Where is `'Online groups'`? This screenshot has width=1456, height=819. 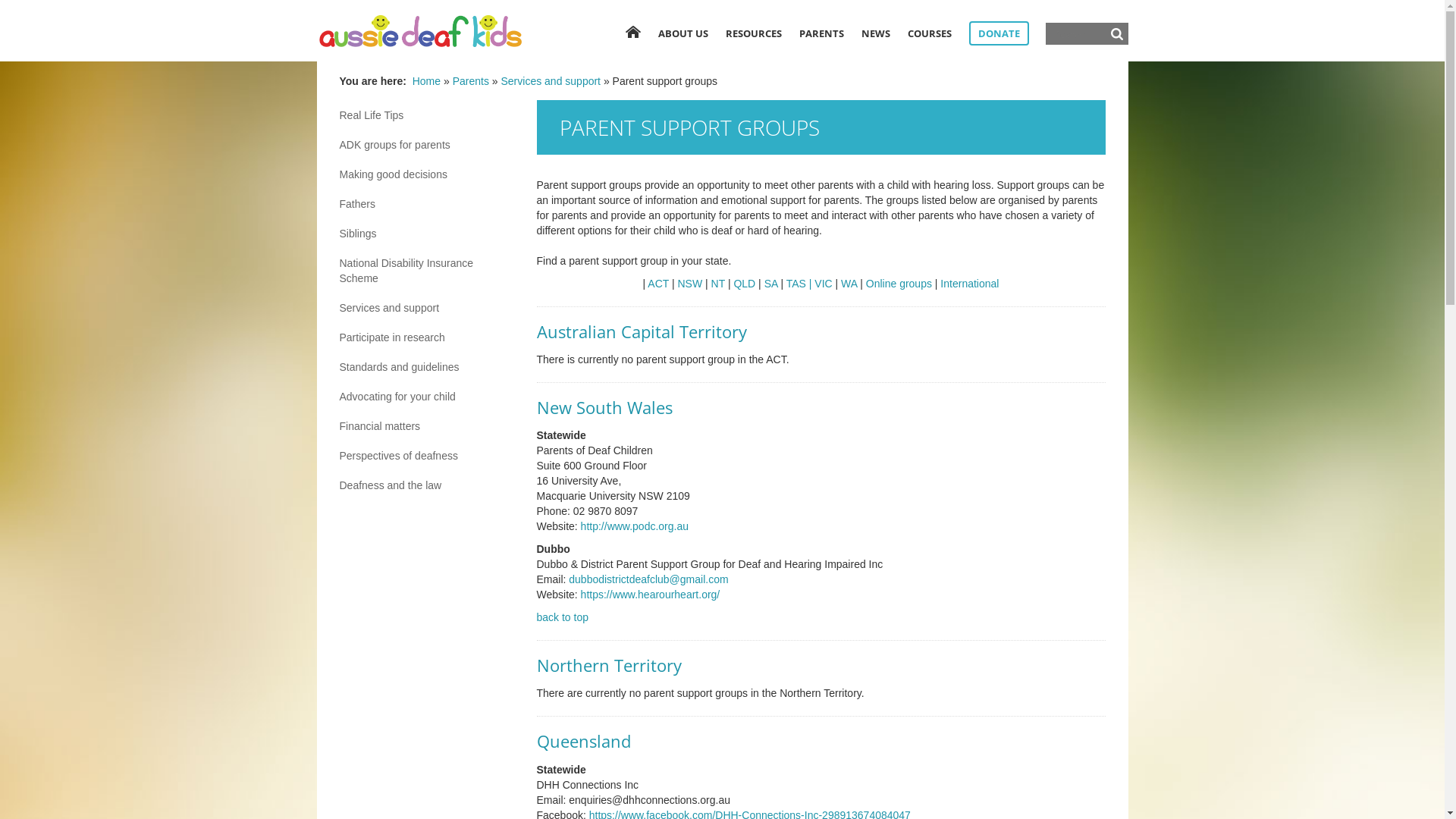 'Online groups' is located at coordinates (899, 284).